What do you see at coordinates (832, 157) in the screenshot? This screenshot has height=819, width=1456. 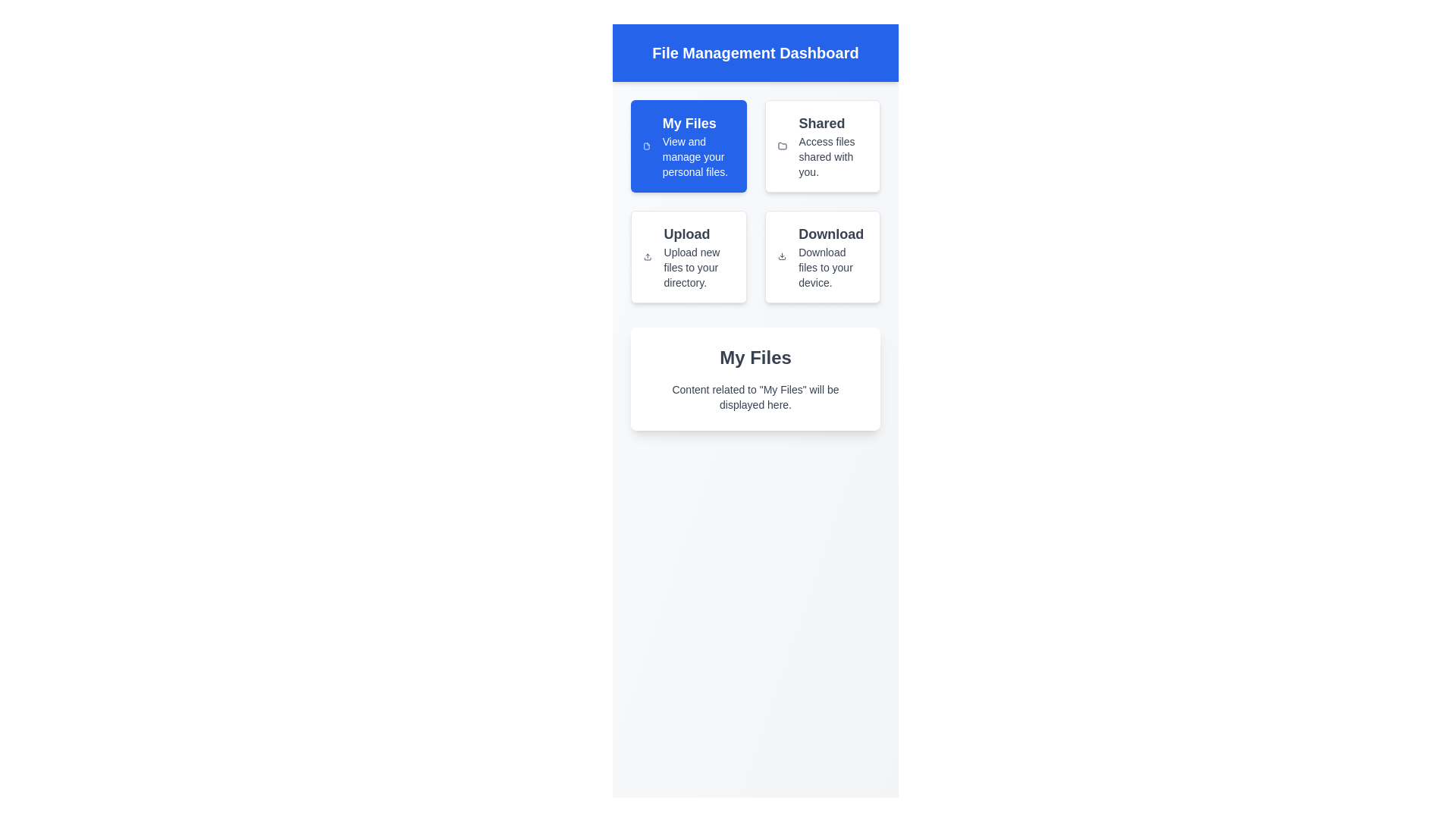 I see `the text label that says 'Access files shared with you.' located in the 'Shared' section, below the title 'Shared' and above 'Upload' and 'Download.'` at bounding box center [832, 157].